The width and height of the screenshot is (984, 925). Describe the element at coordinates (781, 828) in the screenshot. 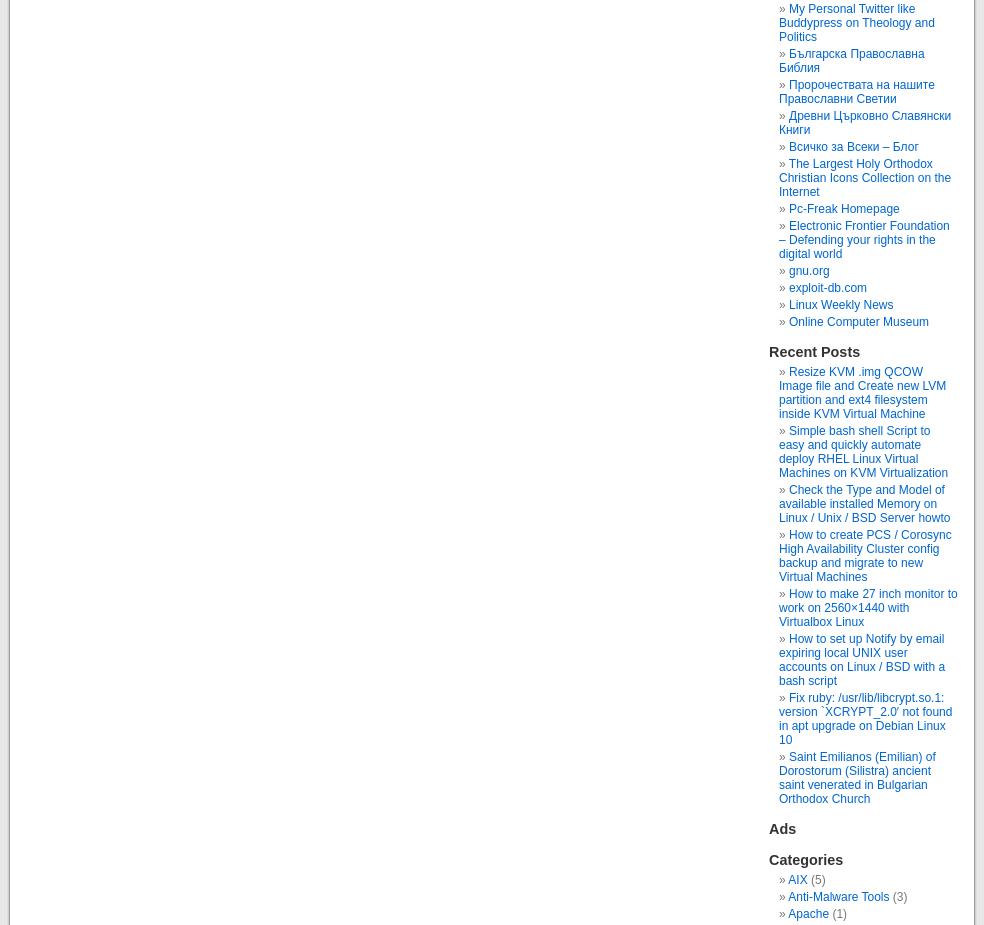

I see `'Ads'` at that location.